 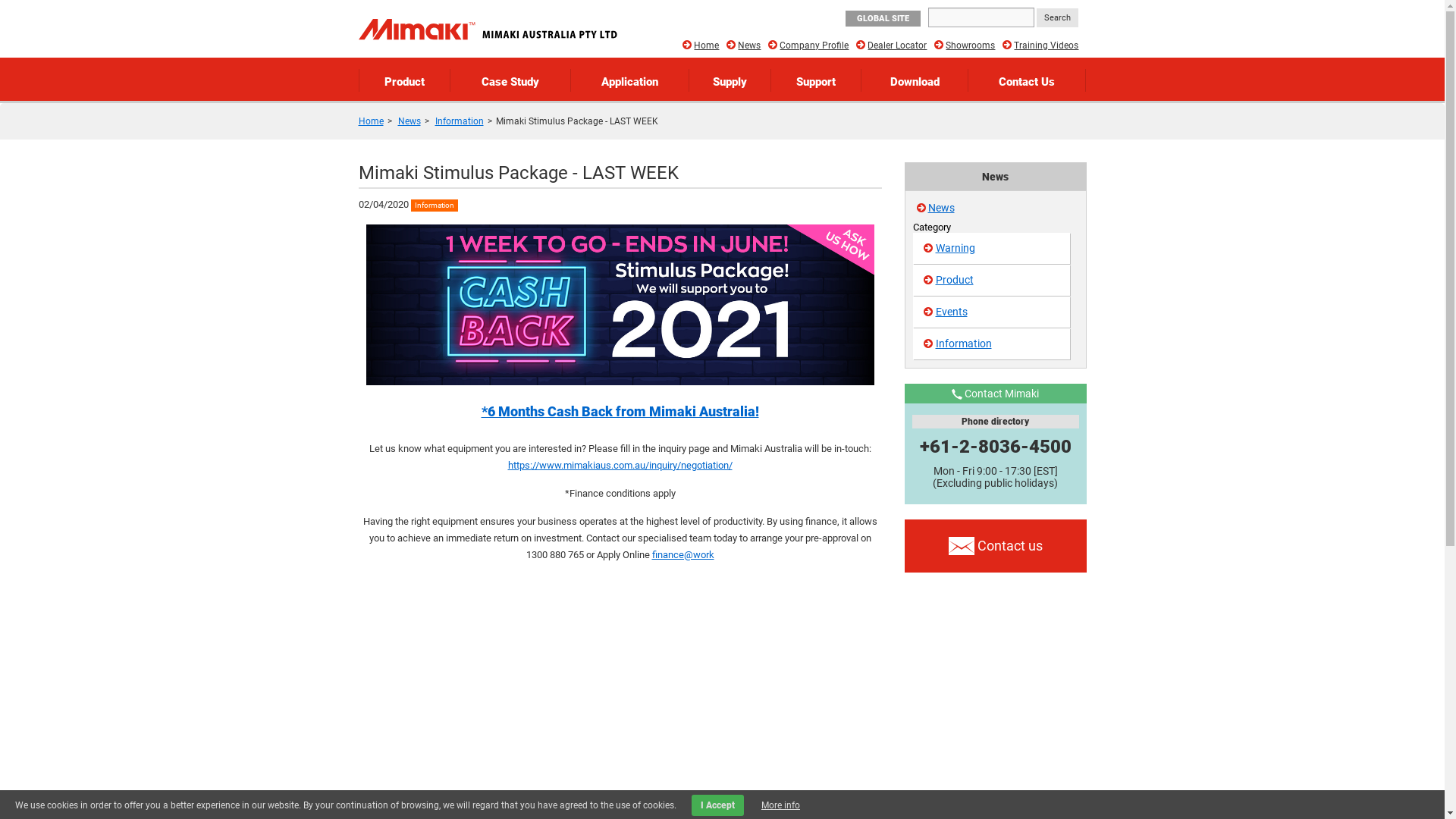 I want to click on 'Information', so click(x=991, y=344).